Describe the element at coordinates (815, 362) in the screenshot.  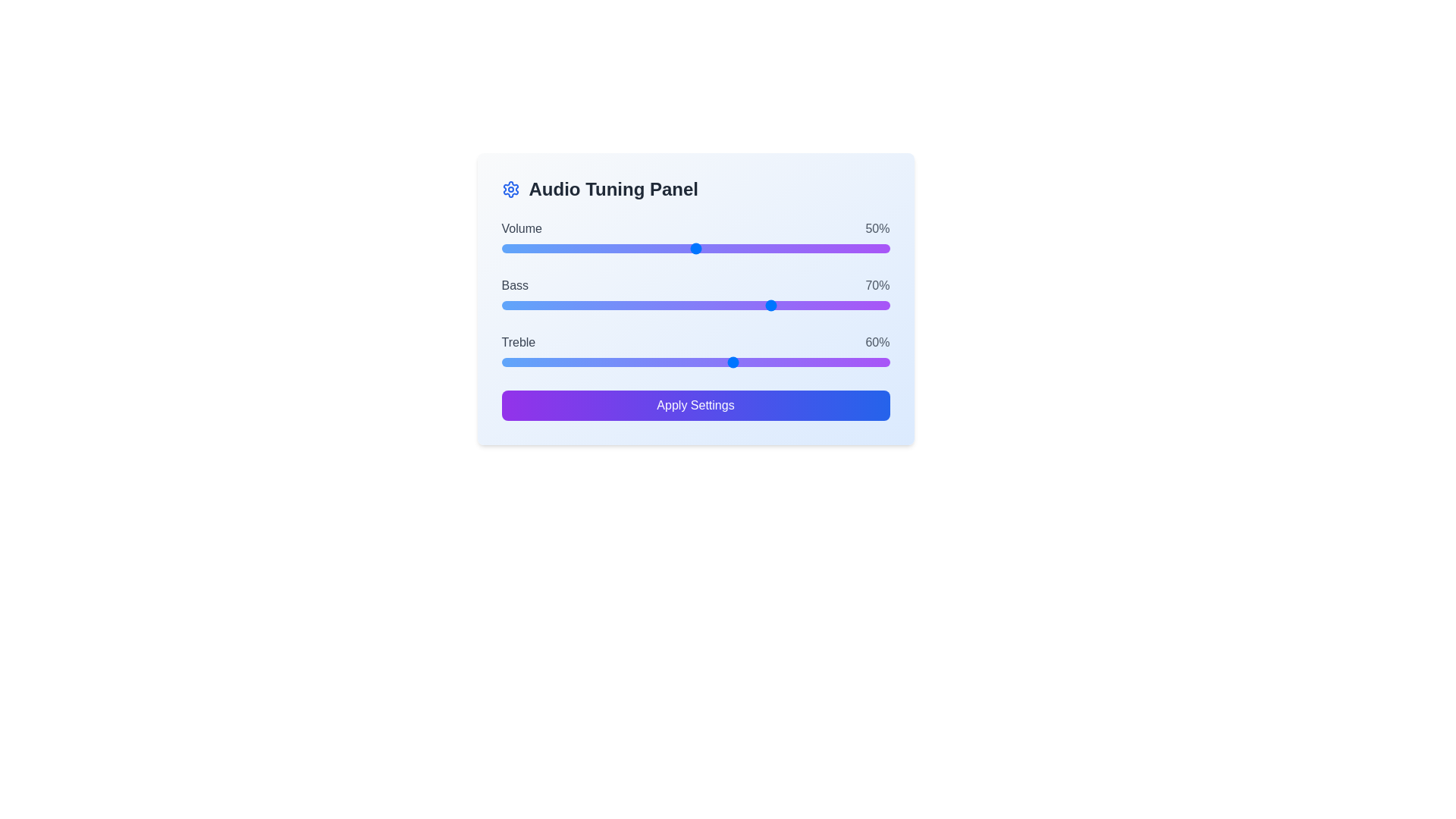
I see `the slider's value` at that location.